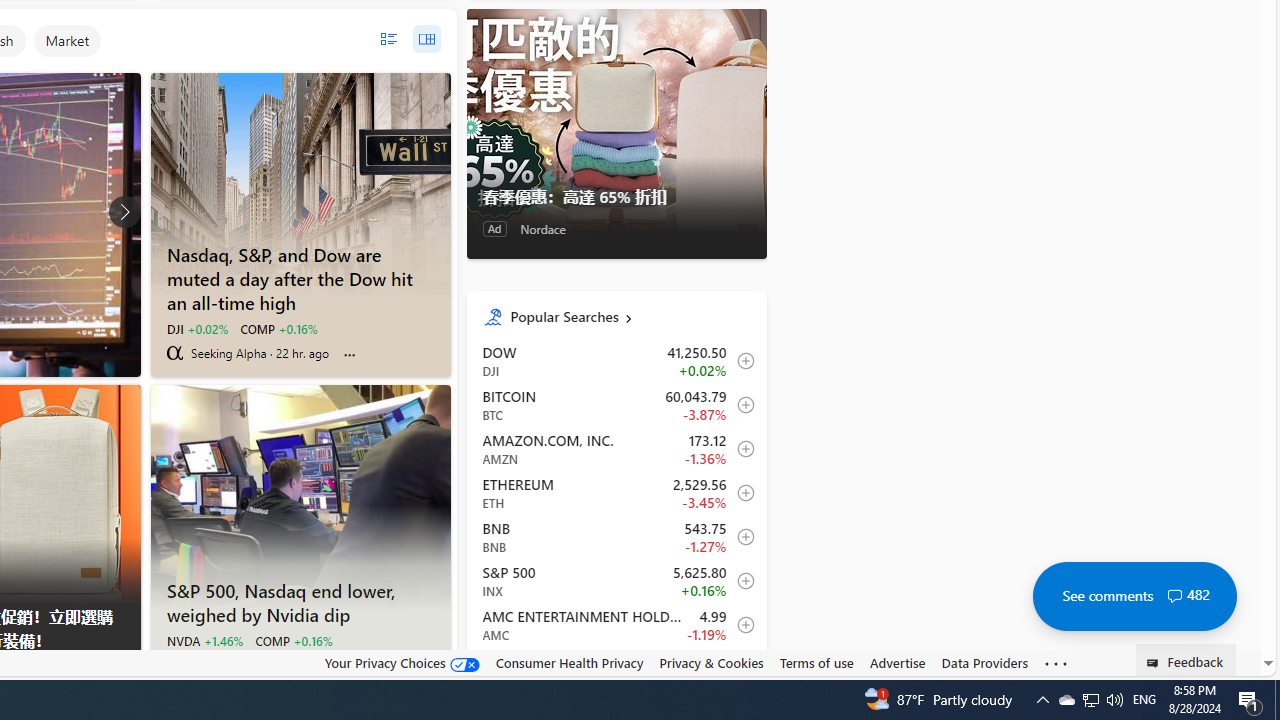 Image resolution: width=1280 pixels, height=720 pixels. What do you see at coordinates (388, 39) in the screenshot?
I see `'list layout'` at bounding box center [388, 39].